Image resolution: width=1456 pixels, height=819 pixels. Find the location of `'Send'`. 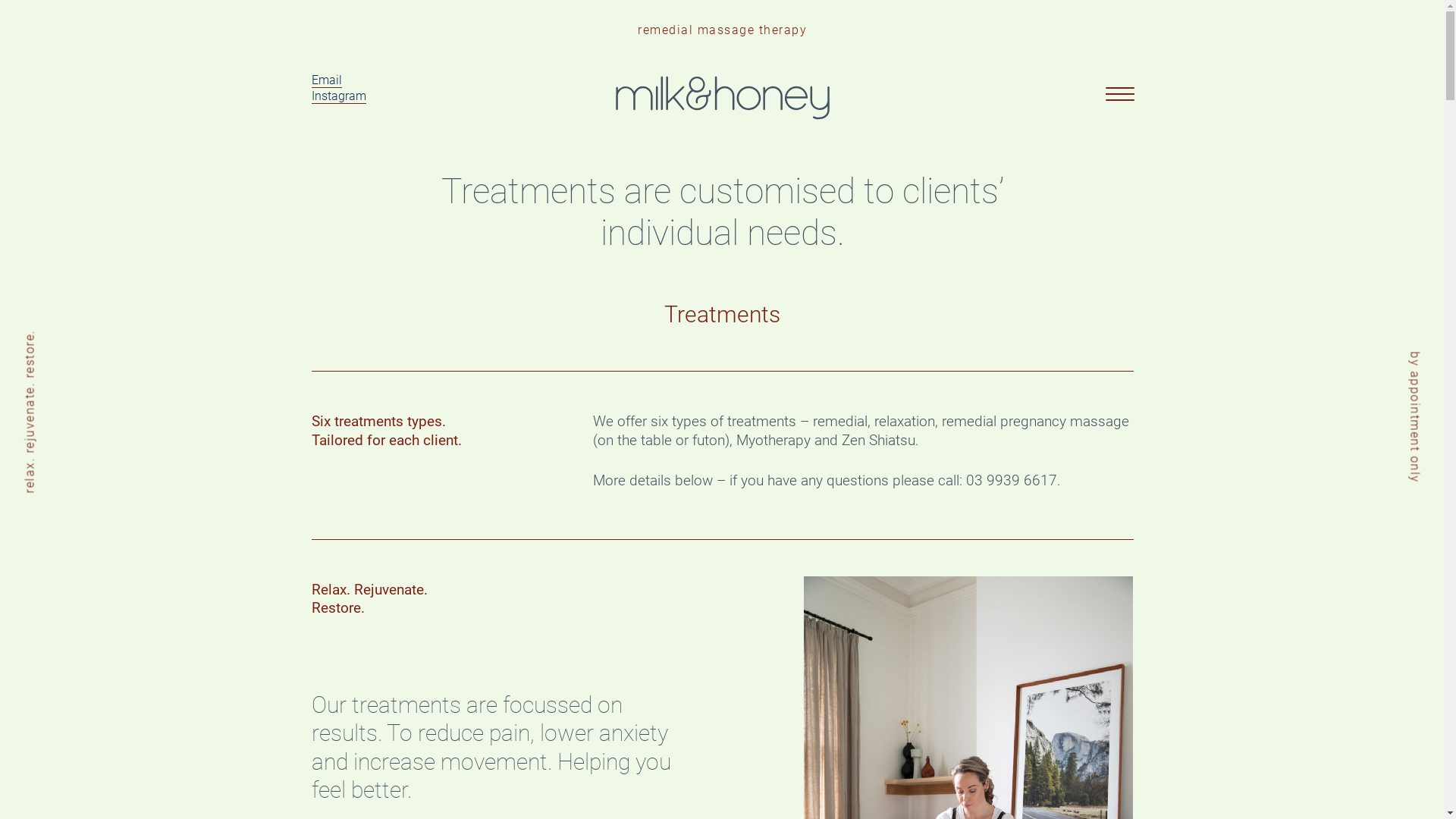

'Send' is located at coordinates (508, 587).